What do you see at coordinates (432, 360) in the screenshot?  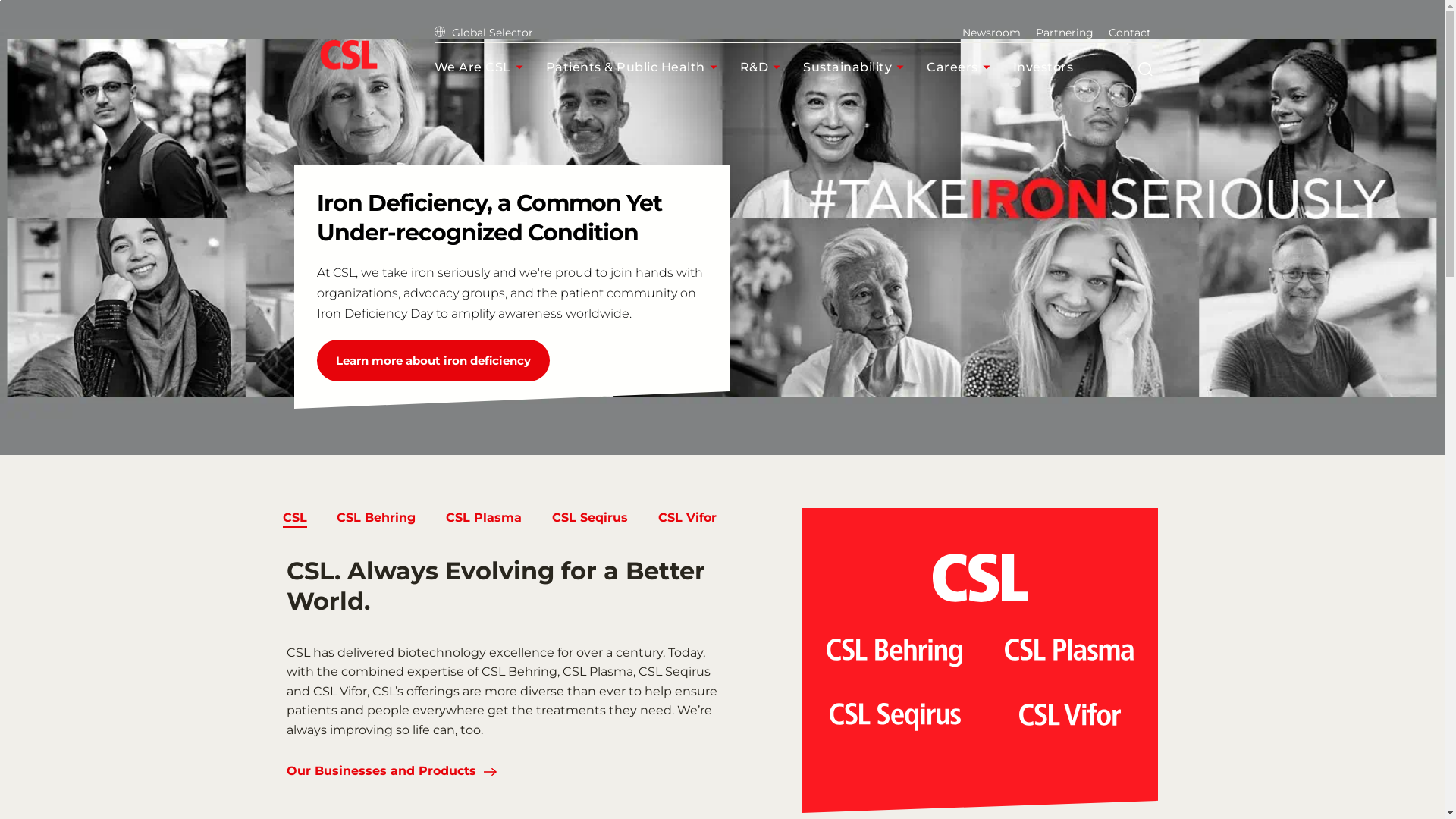 I see `'Learn more about iron deficiency'` at bounding box center [432, 360].